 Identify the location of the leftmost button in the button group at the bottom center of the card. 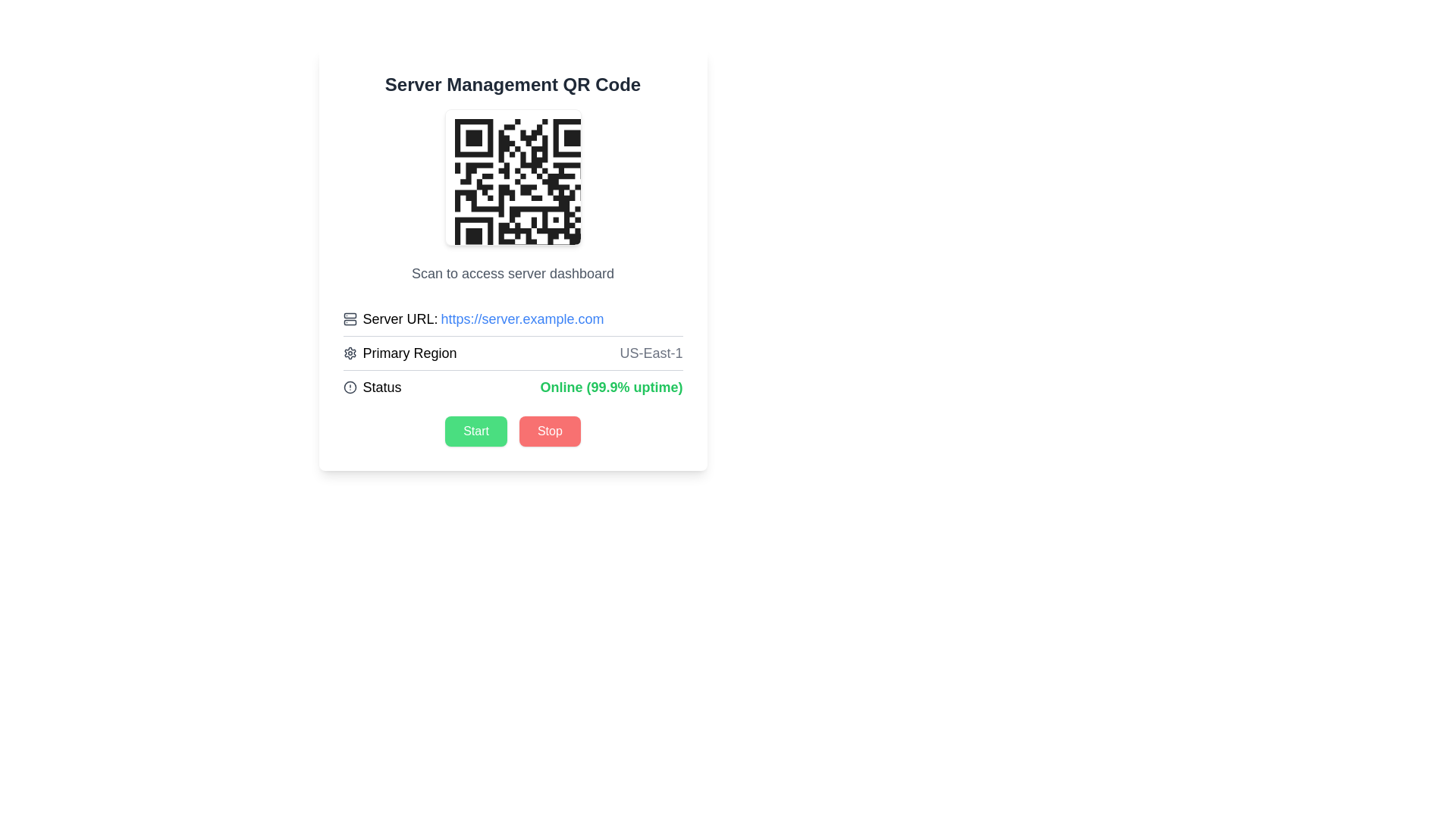
(475, 431).